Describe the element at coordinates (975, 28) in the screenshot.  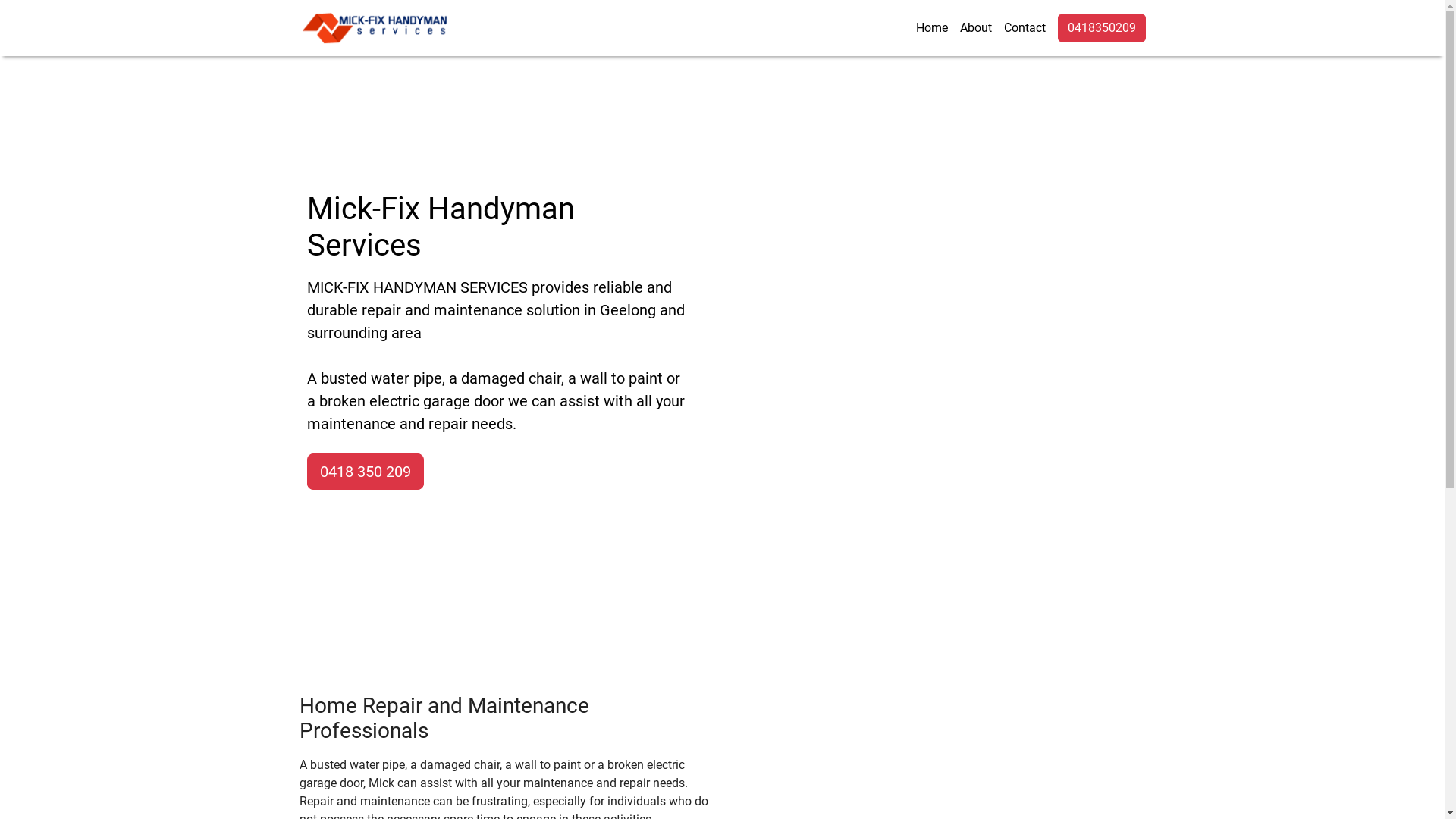
I see `'About'` at that location.